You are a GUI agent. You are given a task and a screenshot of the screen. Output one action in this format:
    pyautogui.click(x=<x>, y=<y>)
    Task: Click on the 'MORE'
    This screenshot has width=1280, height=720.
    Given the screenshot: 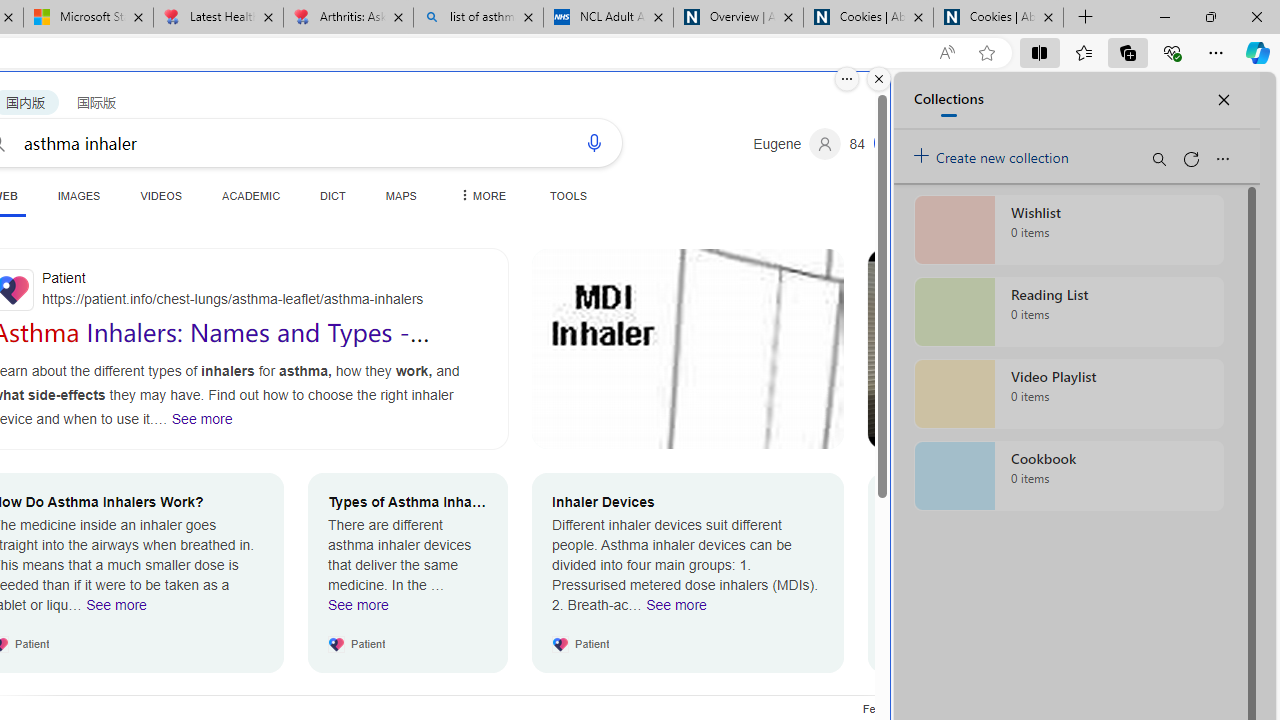 What is the action you would take?
    pyautogui.click(x=481, y=195)
    